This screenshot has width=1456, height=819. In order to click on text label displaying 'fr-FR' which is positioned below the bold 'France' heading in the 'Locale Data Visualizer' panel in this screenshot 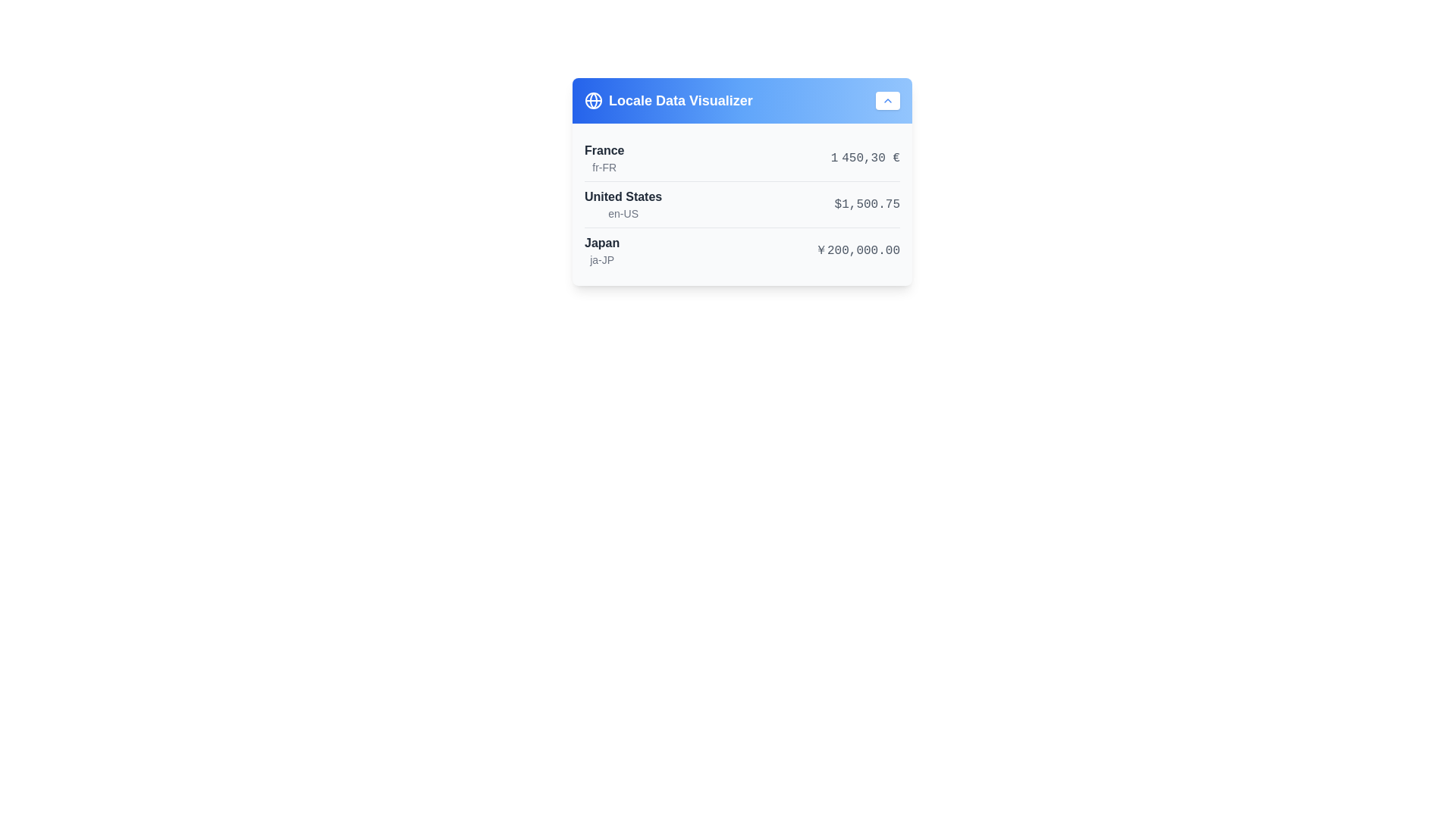, I will do `click(604, 167)`.